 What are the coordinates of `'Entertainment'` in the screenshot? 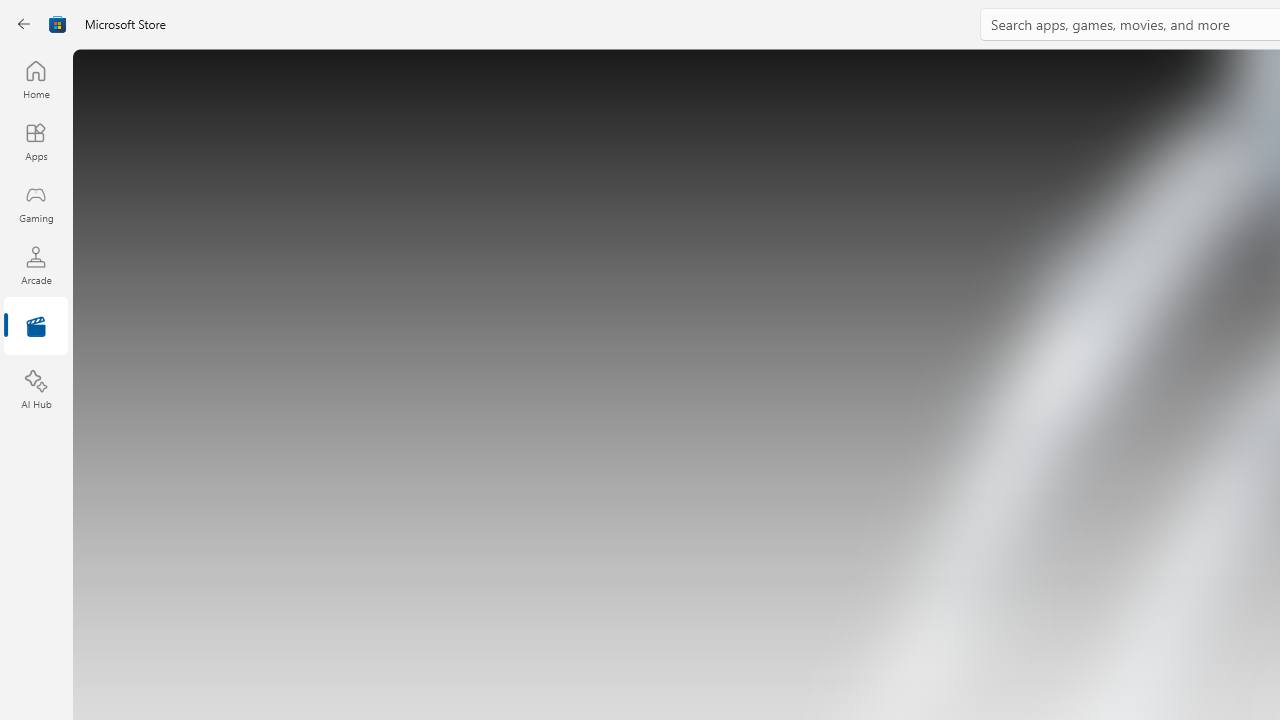 It's located at (35, 326).